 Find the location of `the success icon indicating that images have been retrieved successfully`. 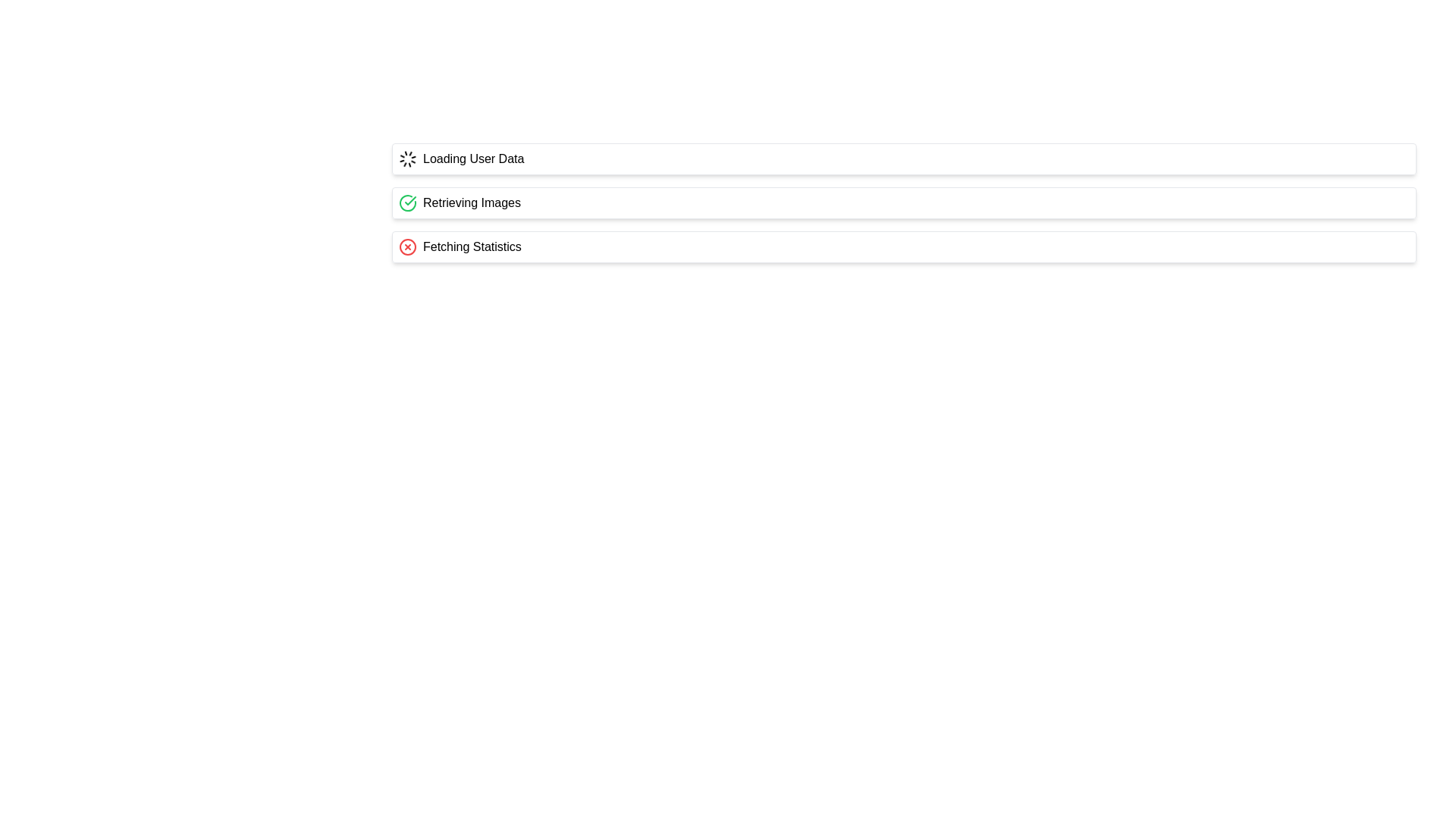

the success icon indicating that images have been retrieved successfully is located at coordinates (407, 202).